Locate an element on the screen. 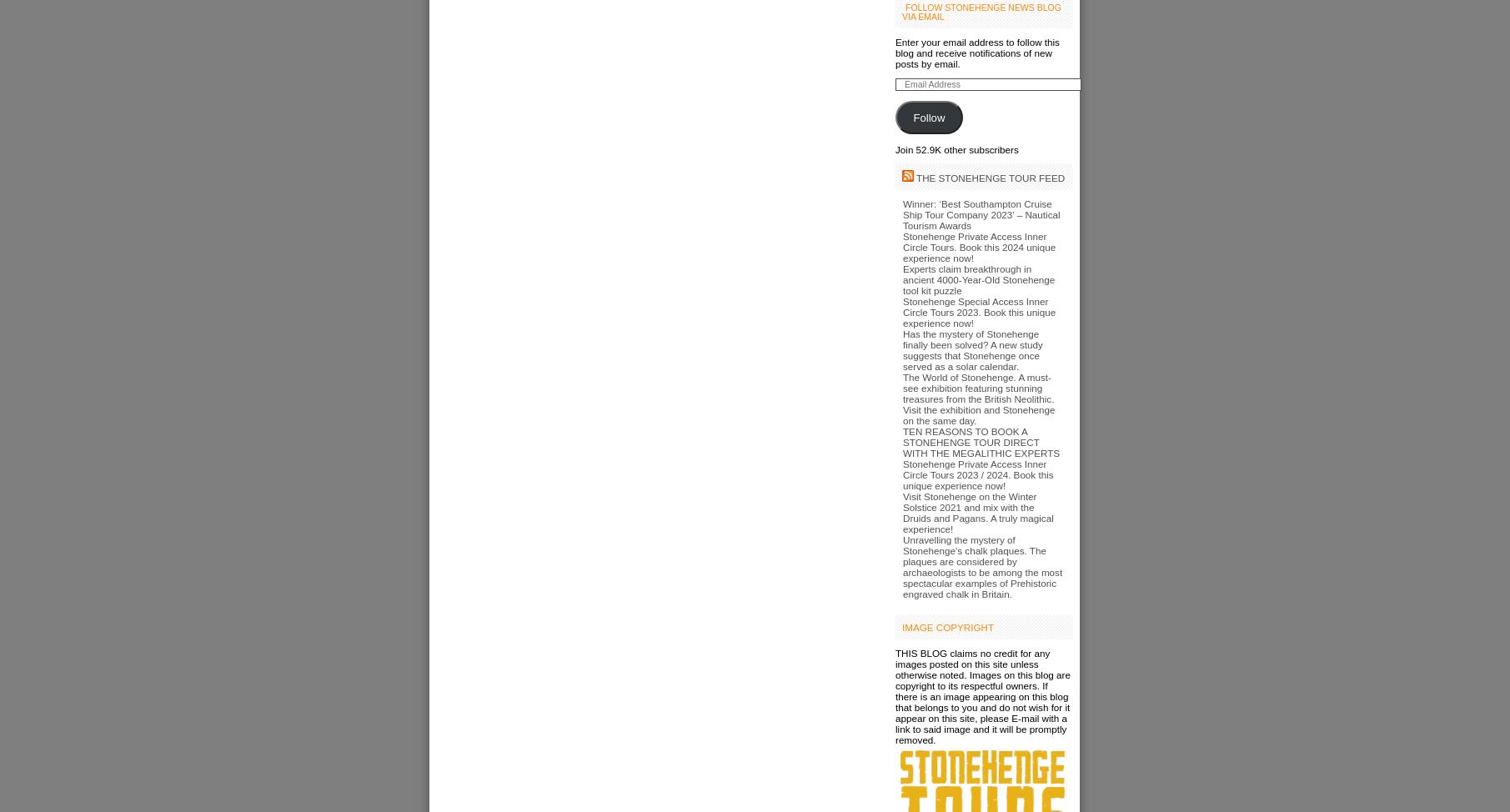  'Stonehenge Special Access Inner Circle Tours 2023. Book this unique experience now!' is located at coordinates (978, 312).